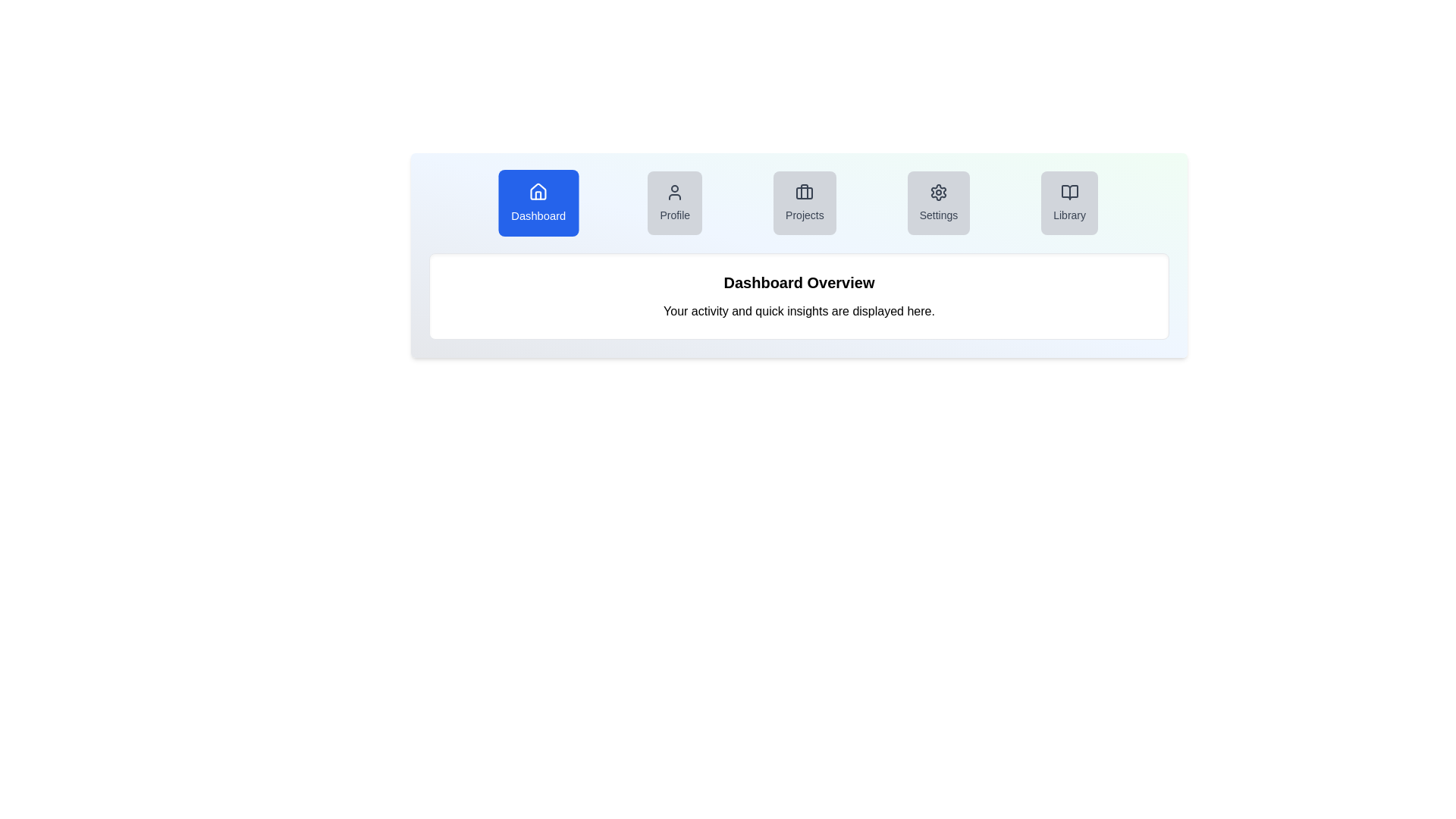  Describe the element at coordinates (674, 192) in the screenshot. I see `the profile icon, which serves as a visual representation for user account settings, located near the top center of the interface, above the text 'Profile'` at that location.